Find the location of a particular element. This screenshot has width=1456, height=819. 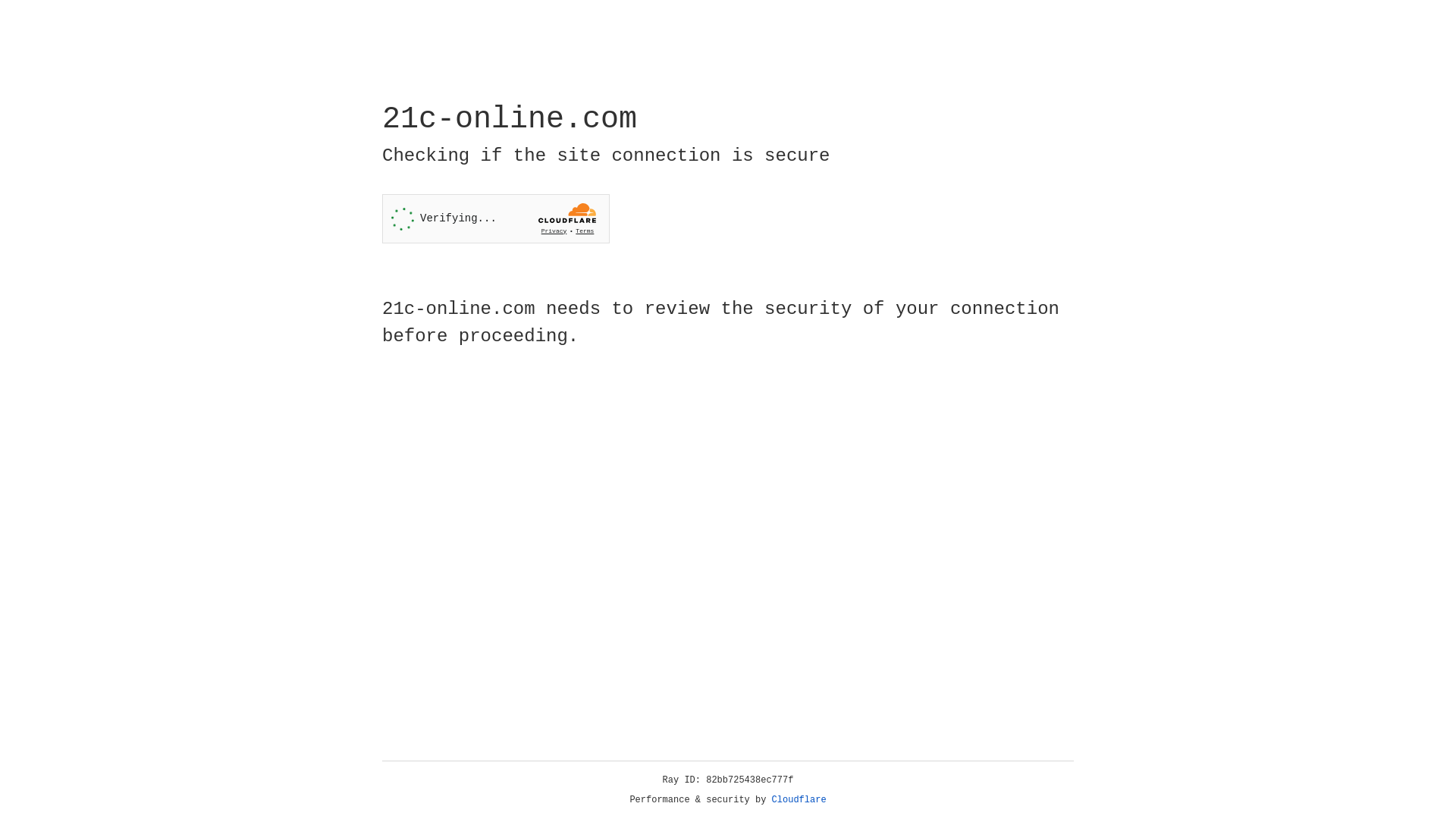

'Cloudflare' is located at coordinates (799, 799).